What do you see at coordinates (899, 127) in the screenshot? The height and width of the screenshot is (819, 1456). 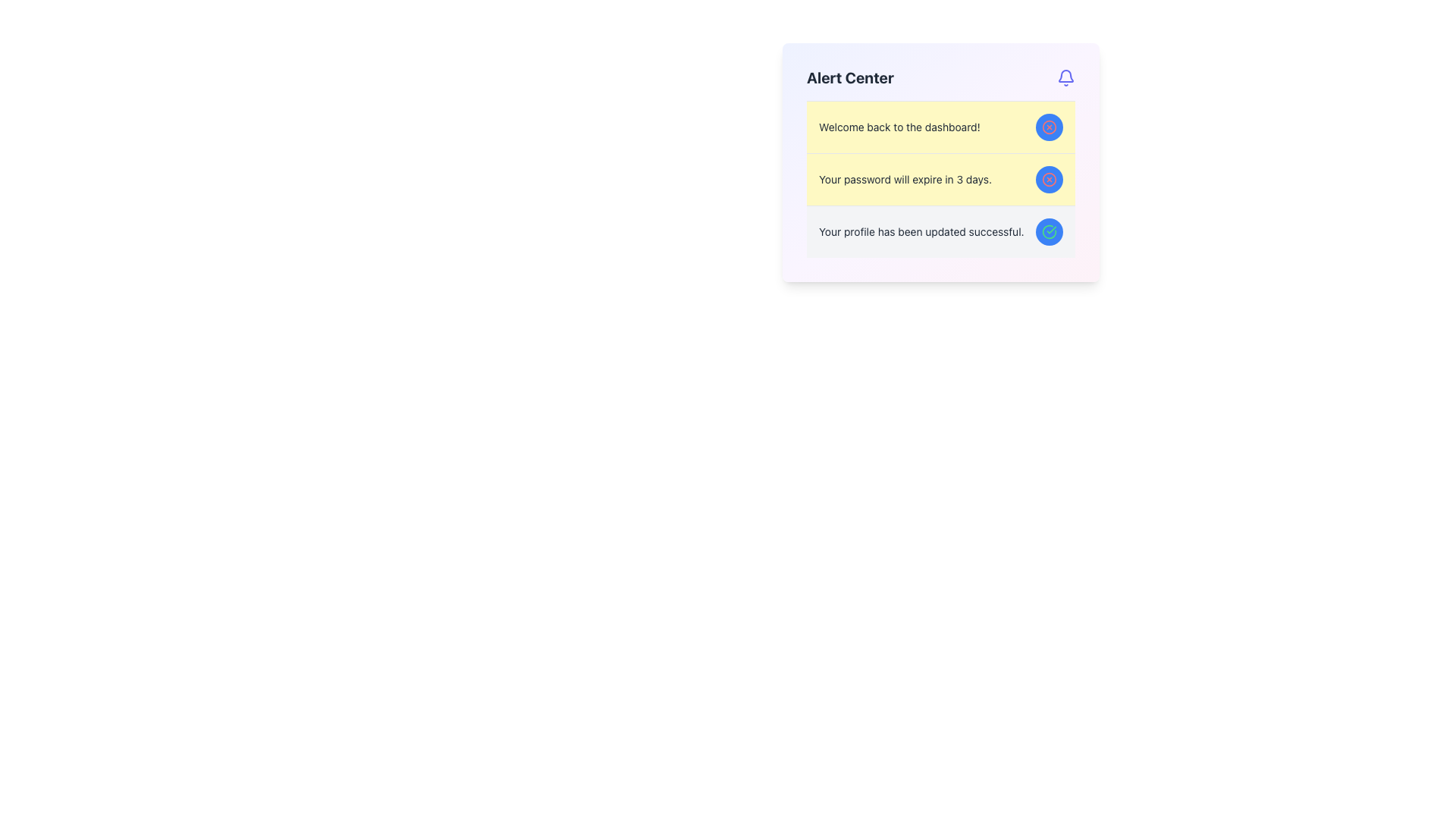 I see `the text label displaying 'Welcome back to the dashboard!' located in the upper section of the yellow-highlighted notification block within the Alert Center` at bounding box center [899, 127].